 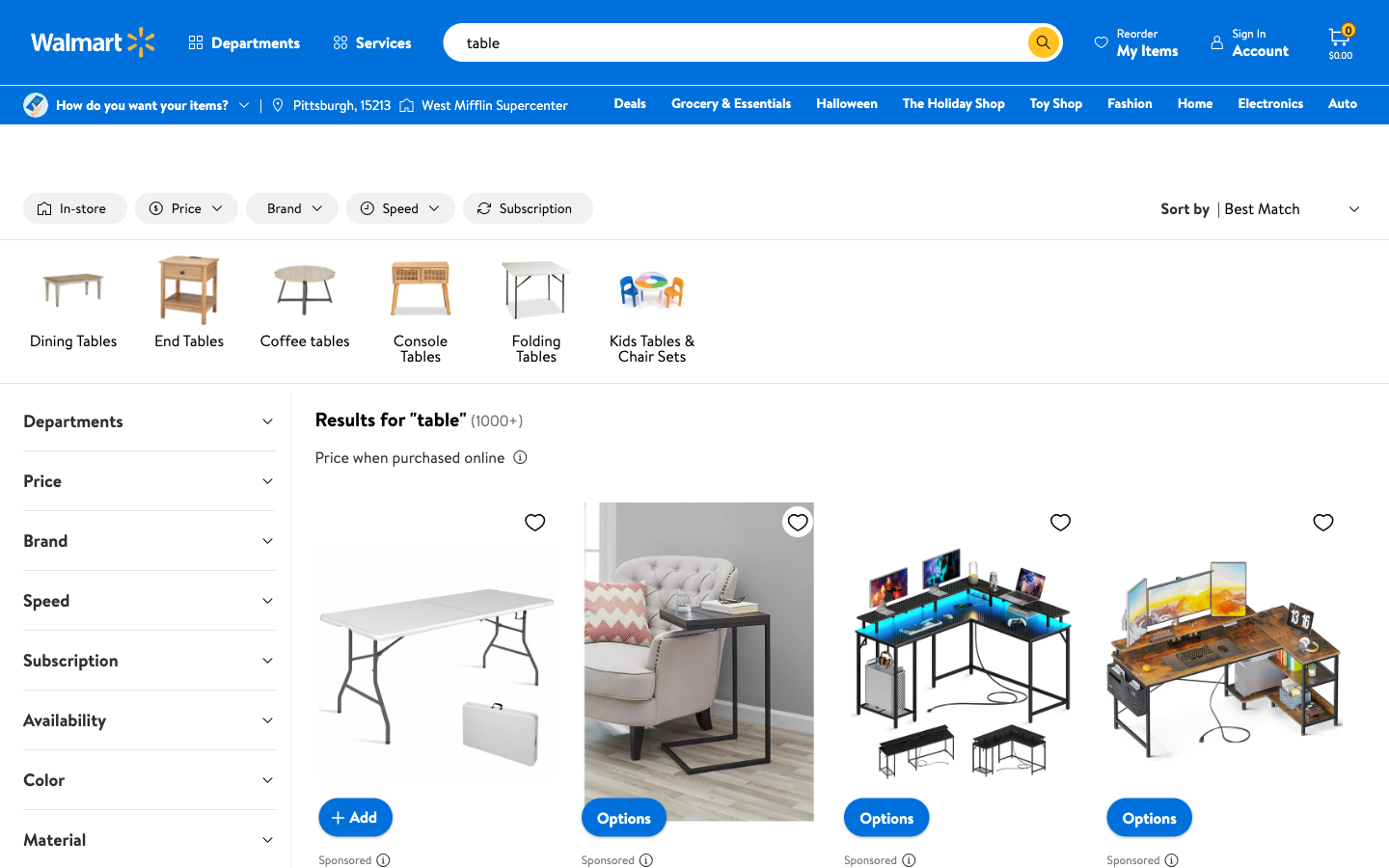 I want to click on In the "expand_Brand" dropdown, select the foremost brand, so click(x=148, y=539).